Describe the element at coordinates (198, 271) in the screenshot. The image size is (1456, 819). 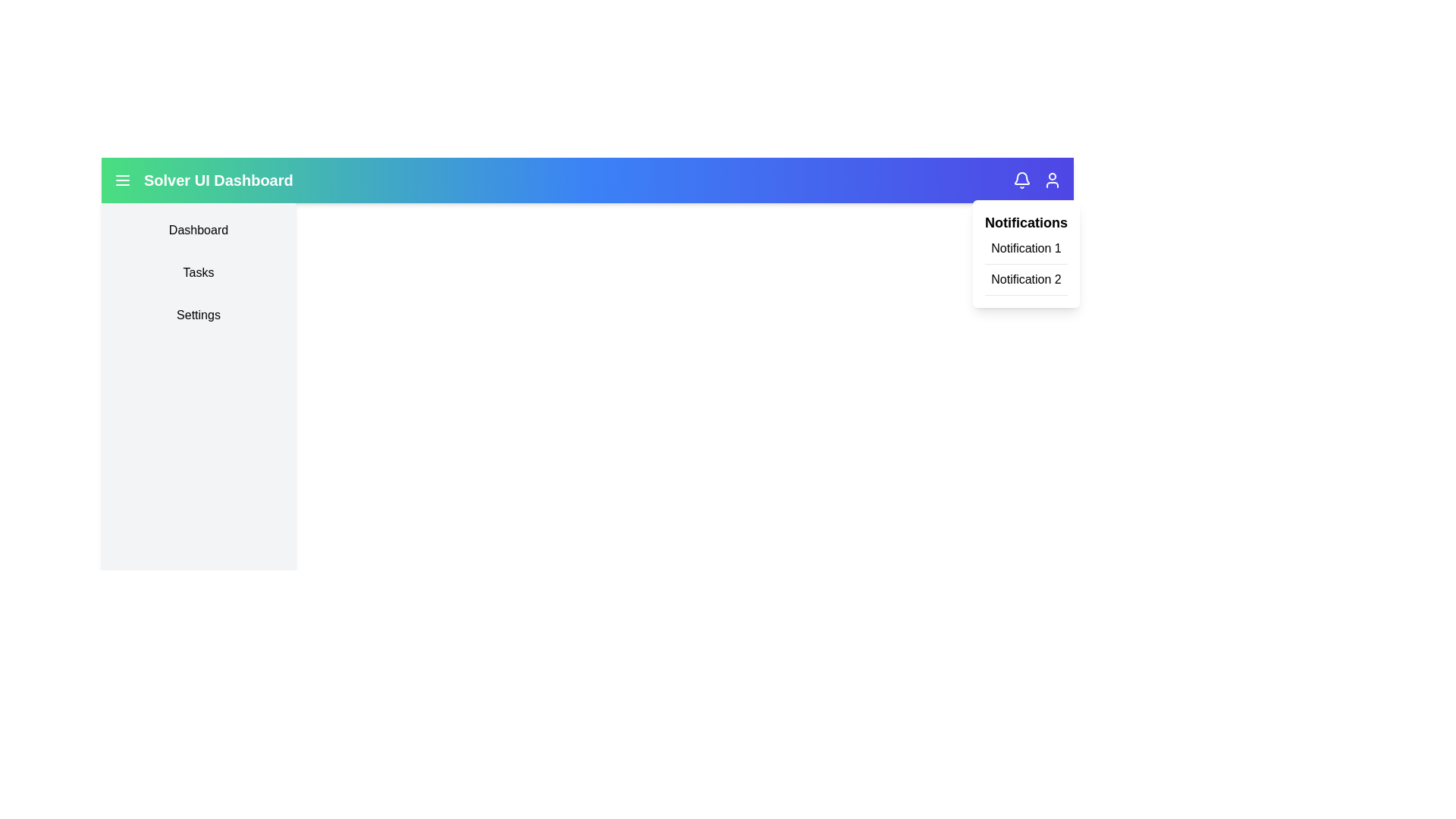
I see `the Navigation menu options, which include 'Dashboard,' 'Tasks,' and 'Settings,'` at that location.